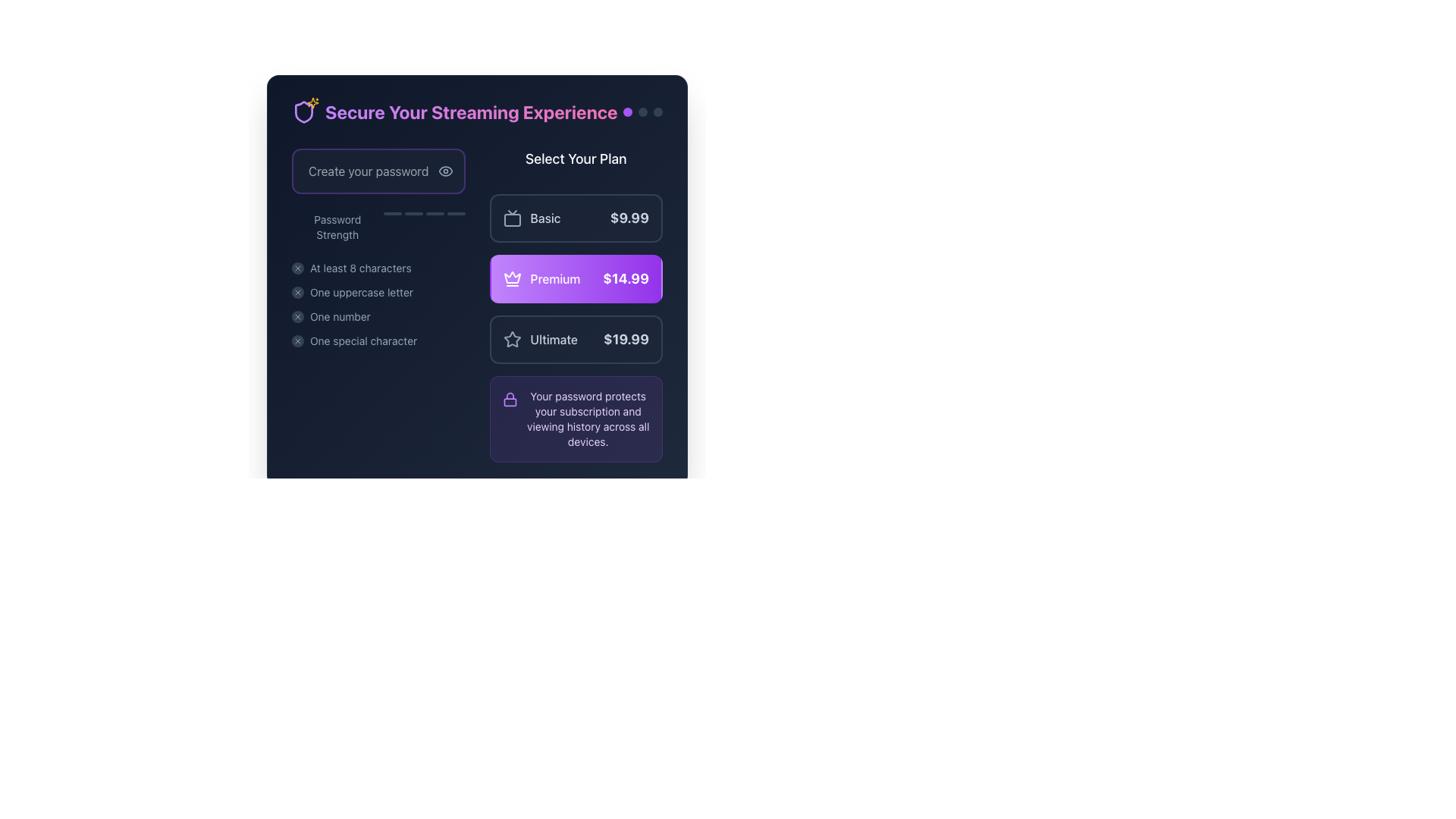  I want to click on text label that describes the requirement for password creation, indicating that the password must include one special character, so click(362, 341).